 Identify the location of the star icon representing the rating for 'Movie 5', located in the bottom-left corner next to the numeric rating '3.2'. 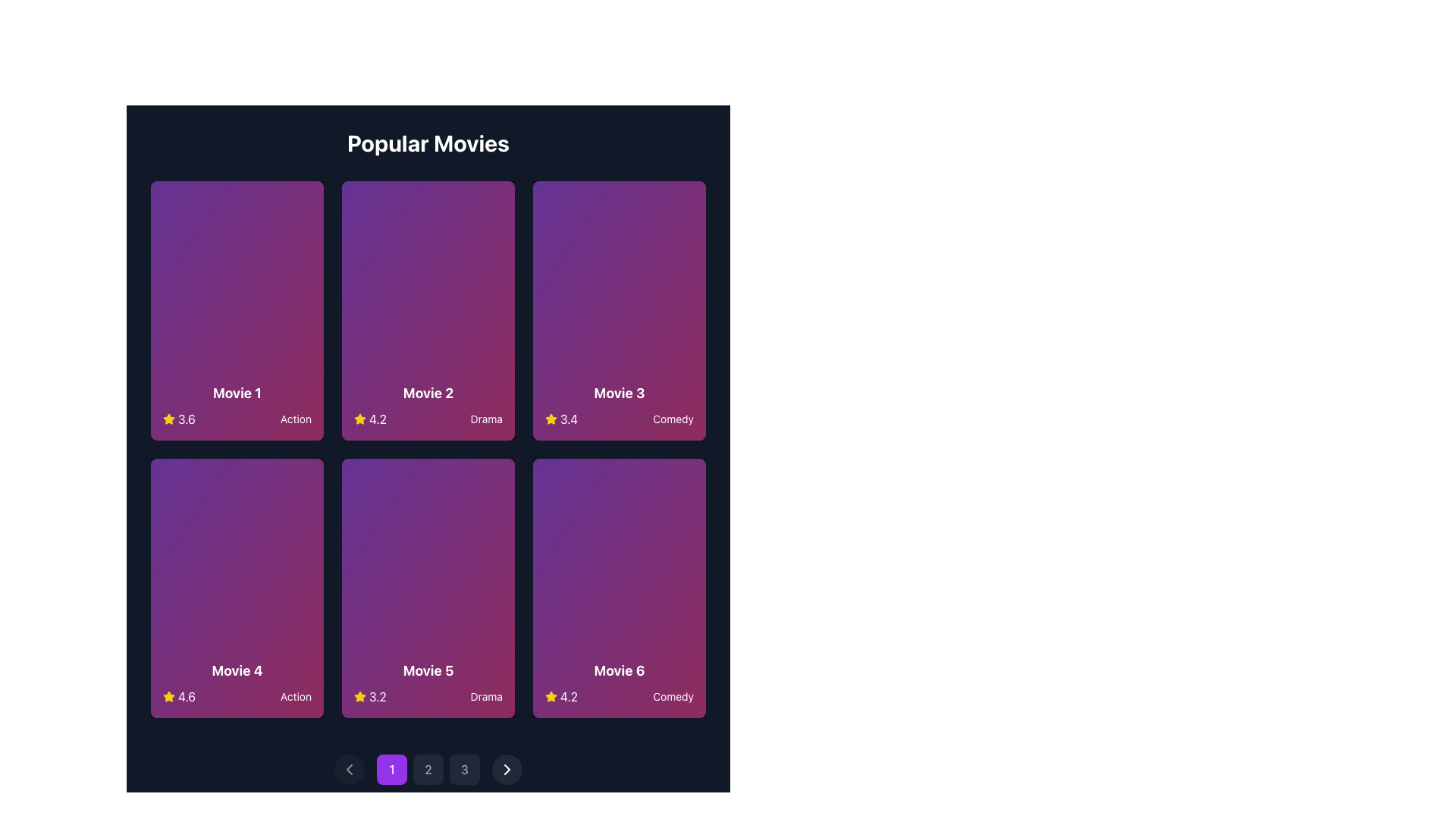
(359, 696).